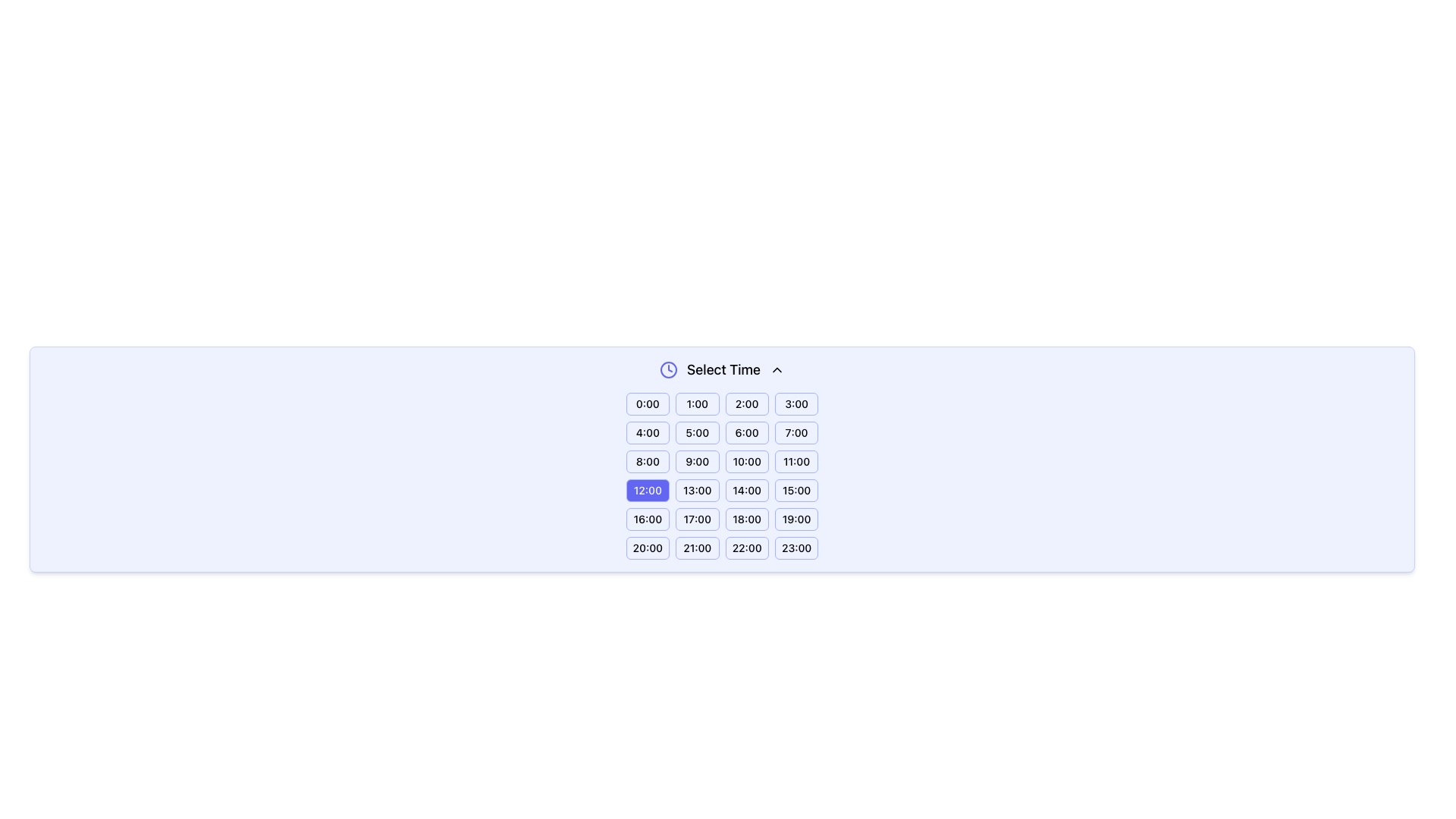 The image size is (1456, 819). What do you see at coordinates (696, 491) in the screenshot?
I see `the '13:00' time selection button` at bounding box center [696, 491].